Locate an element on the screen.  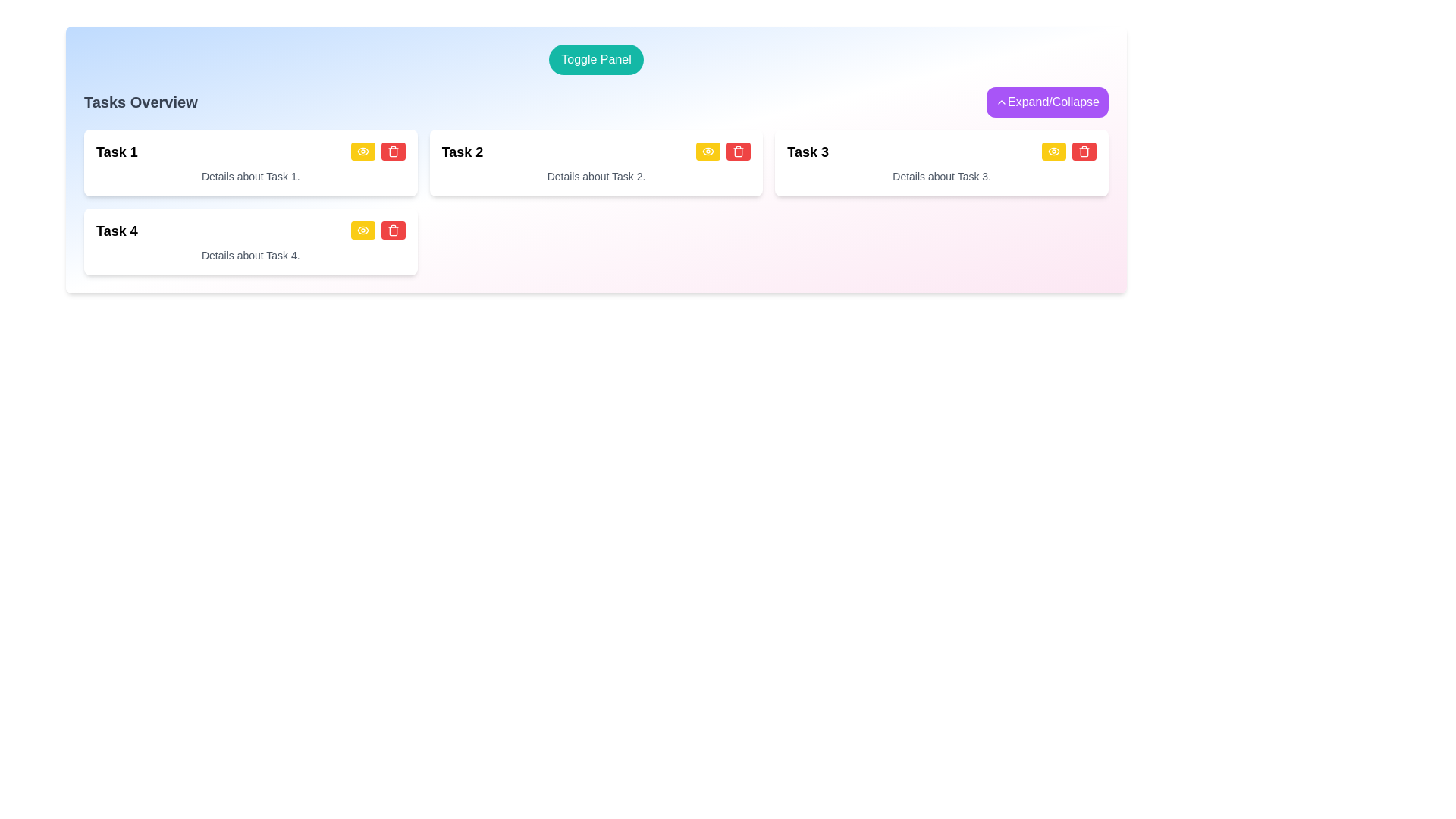
the preview icon located on the right side of the box labeled 'Task 3', which is the first icon in the yellow button's icon list is located at coordinates (1053, 151).